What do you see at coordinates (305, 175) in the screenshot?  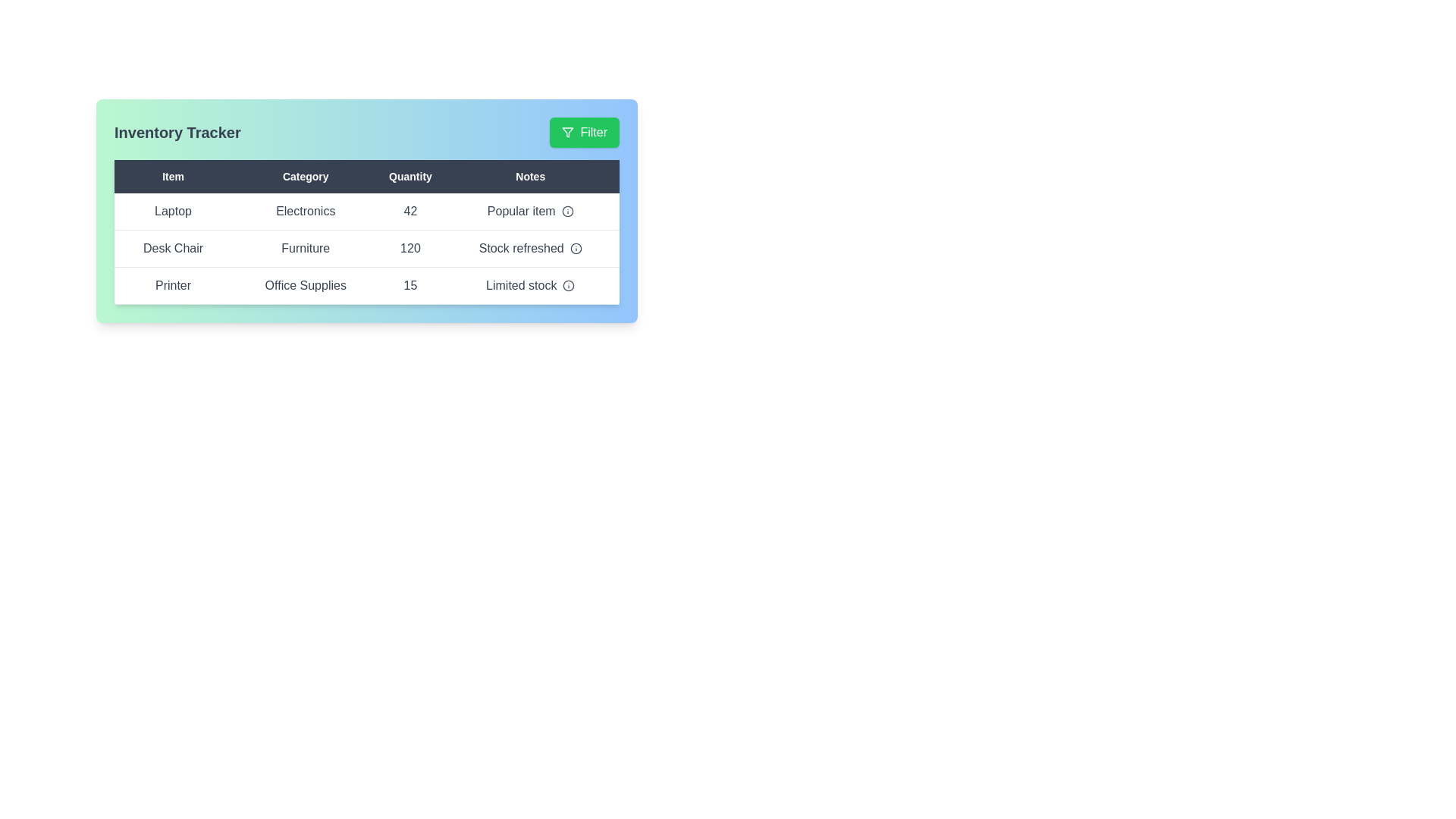 I see `the column header Category to sort the table by that column` at bounding box center [305, 175].